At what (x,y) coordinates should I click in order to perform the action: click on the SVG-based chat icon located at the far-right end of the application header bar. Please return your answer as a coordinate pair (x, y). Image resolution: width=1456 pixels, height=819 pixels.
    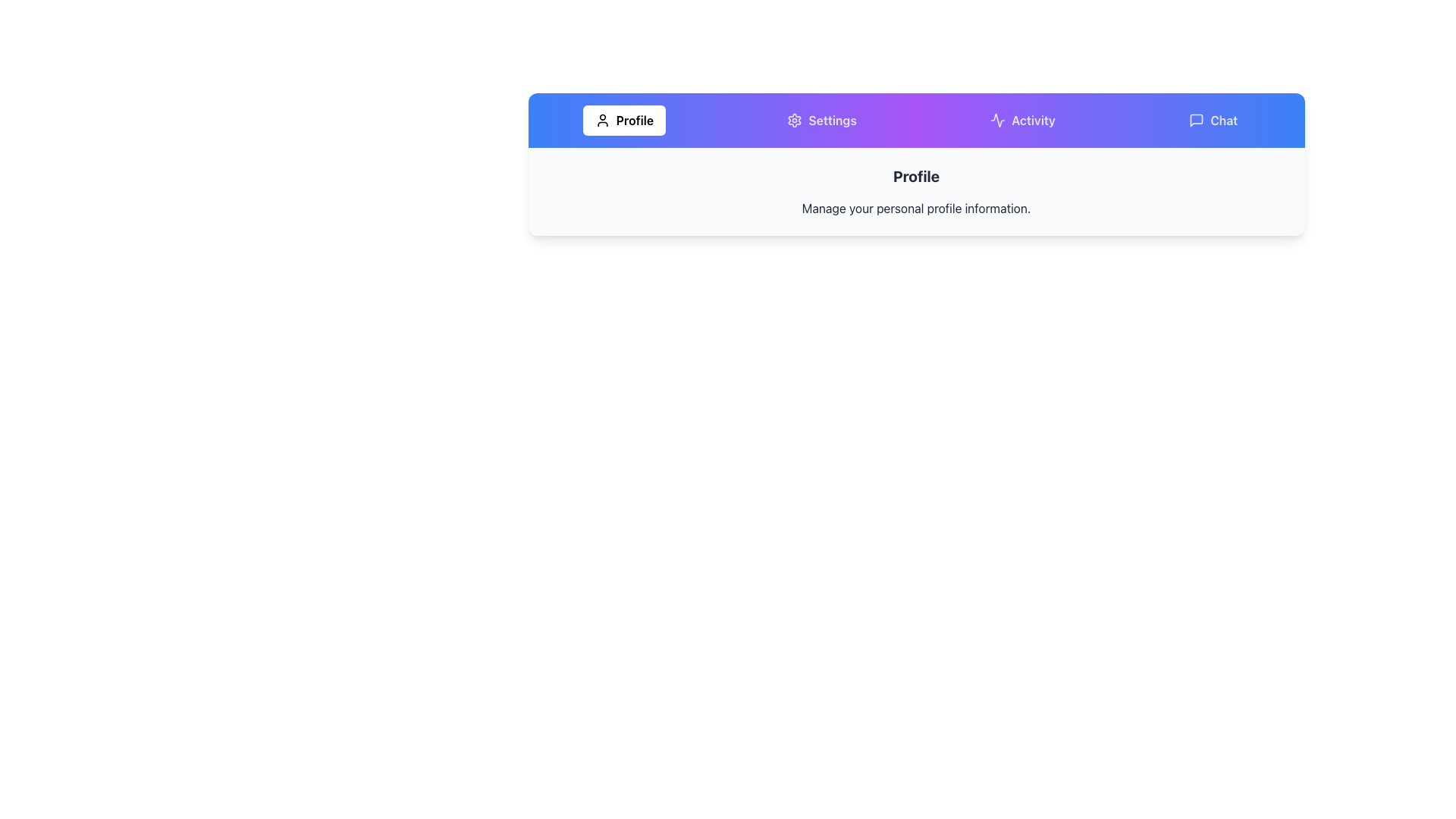
    Looking at the image, I should click on (1196, 119).